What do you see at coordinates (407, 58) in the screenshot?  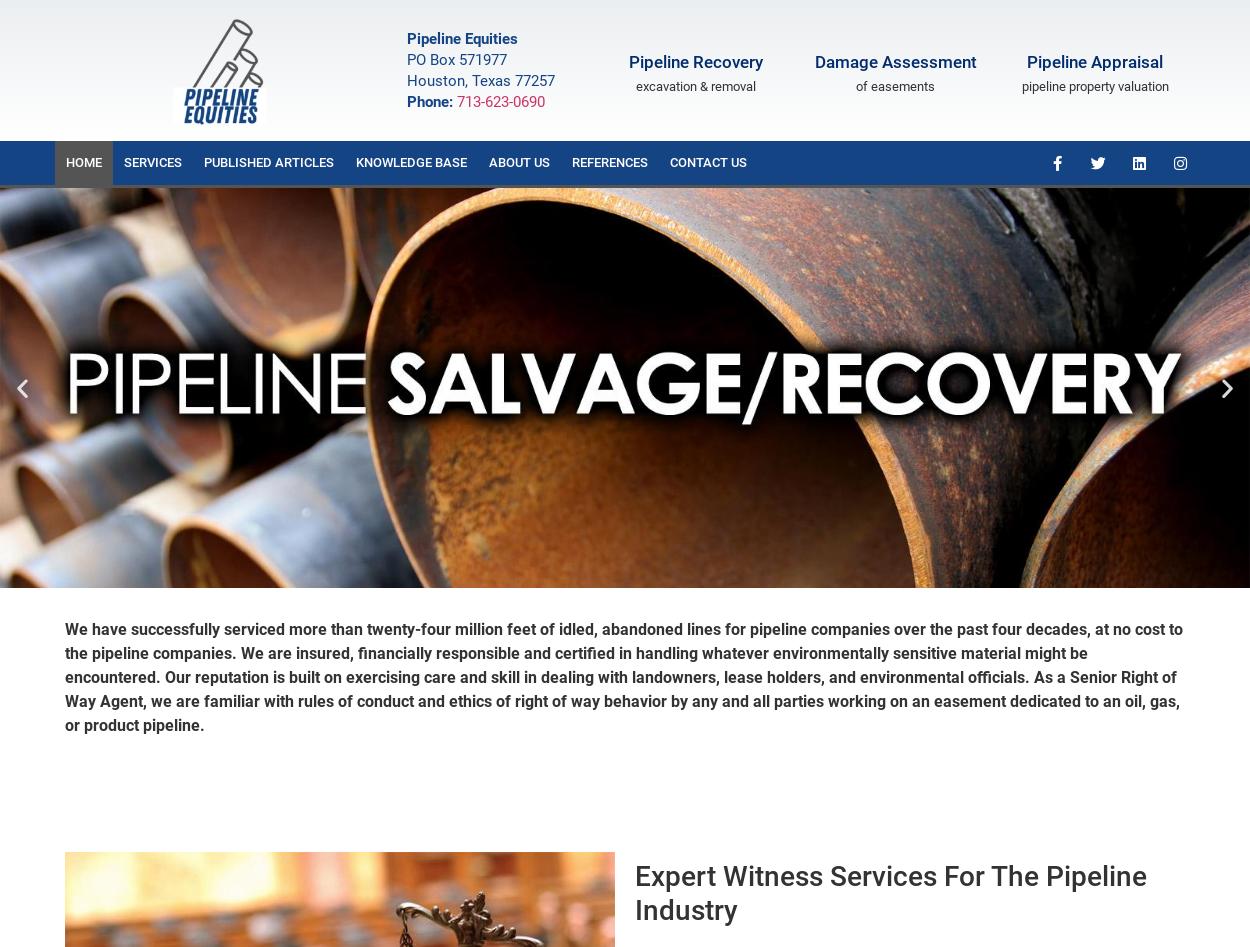 I see `'PO Box 571977'` at bounding box center [407, 58].